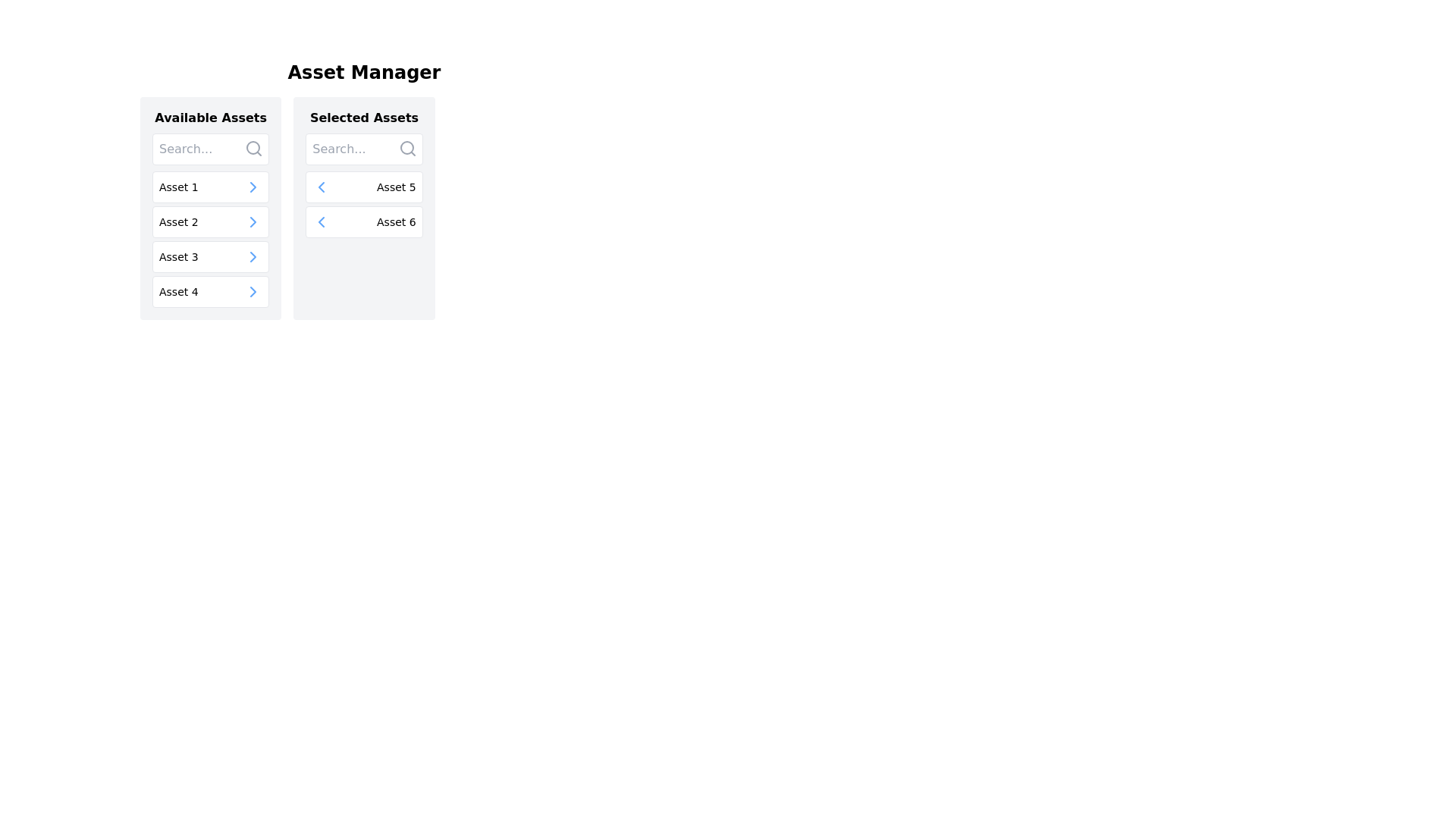 The image size is (1456, 819). I want to click on the chevron button located at the right end of the list item labeled 'Asset 2' in the 'Available Assets' column, so click(253, 222).